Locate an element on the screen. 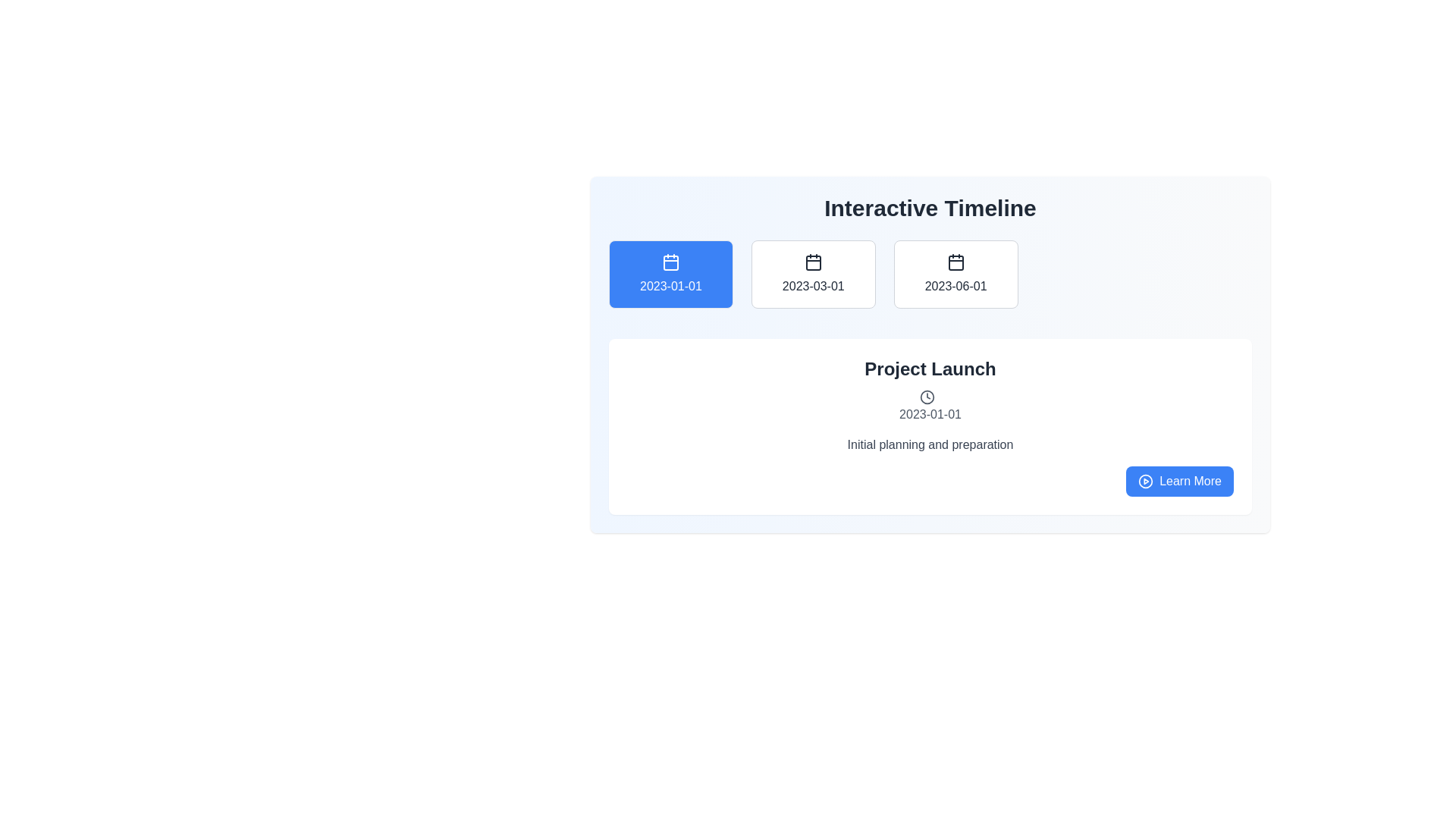  the rightmost selectable date card displaying '2023-06-01' in the Interactive Timeline section is located at coordinates (930, 281).